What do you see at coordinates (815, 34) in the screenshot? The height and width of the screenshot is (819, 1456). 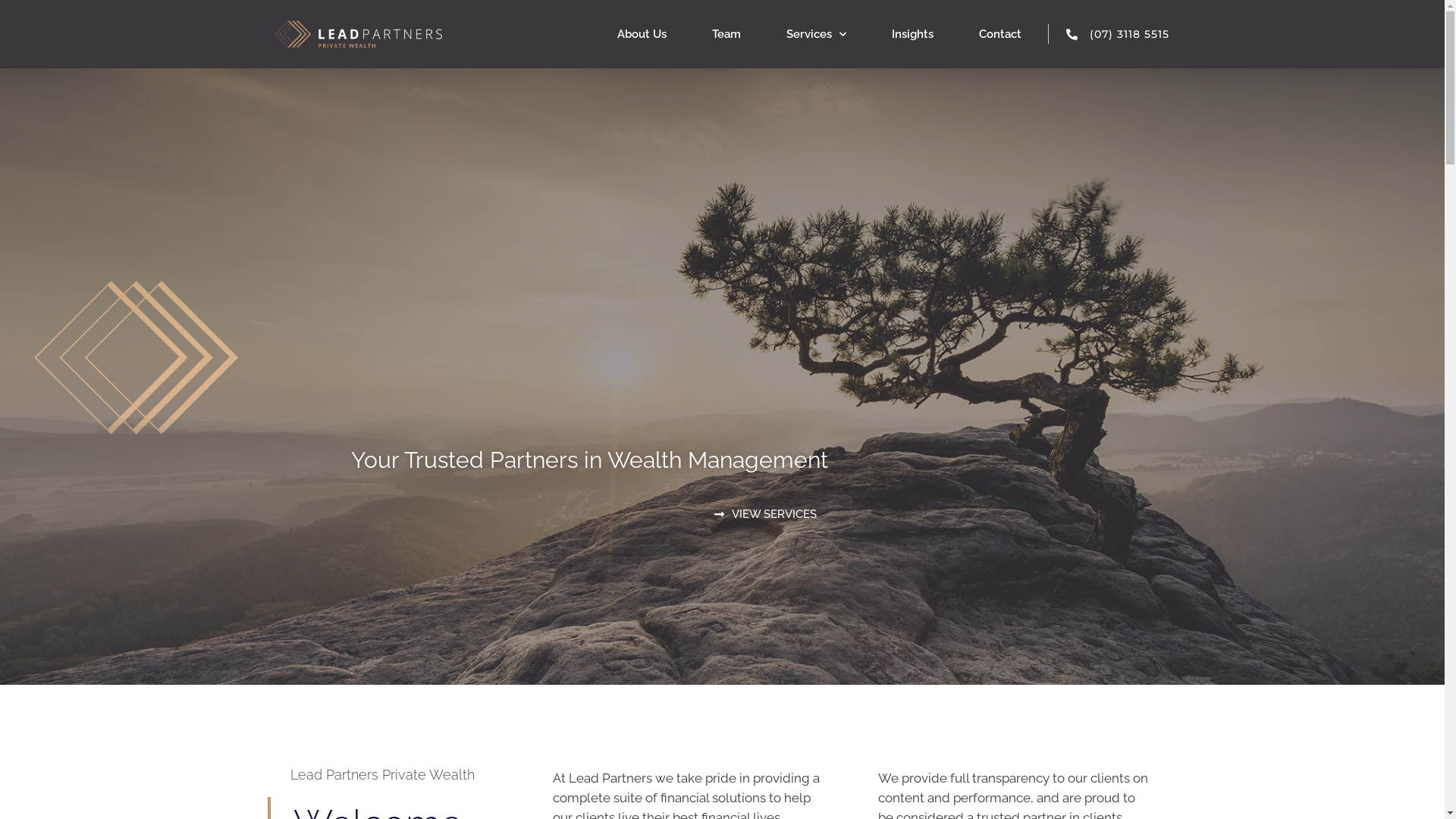 I see `'Services'` at bounding box center [815, 34].